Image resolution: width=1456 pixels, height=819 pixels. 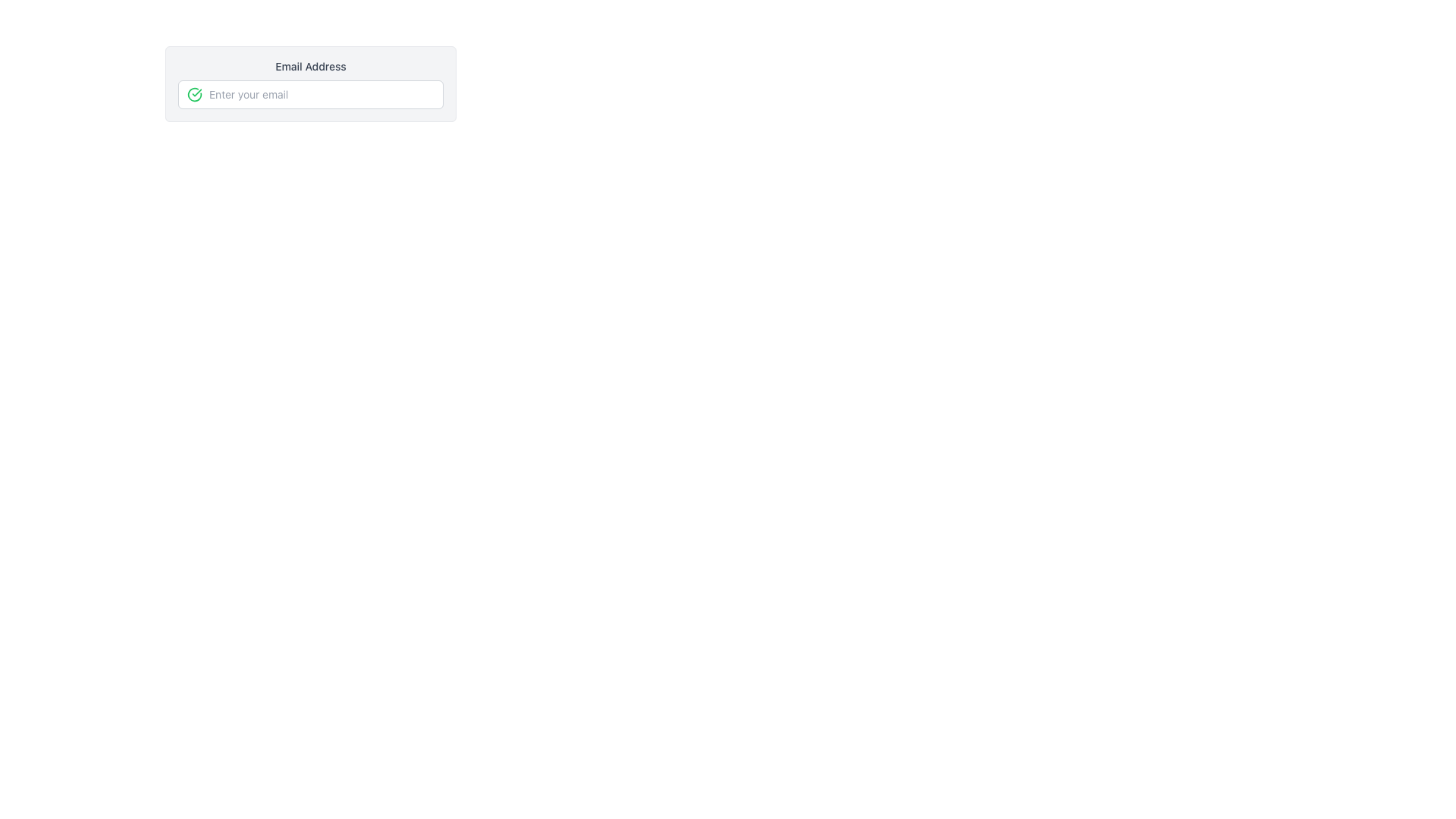 I want to click on the green circular SVG element with icons that is part of a validation check, located to the left of an email input field, so click(x=194, y=94).